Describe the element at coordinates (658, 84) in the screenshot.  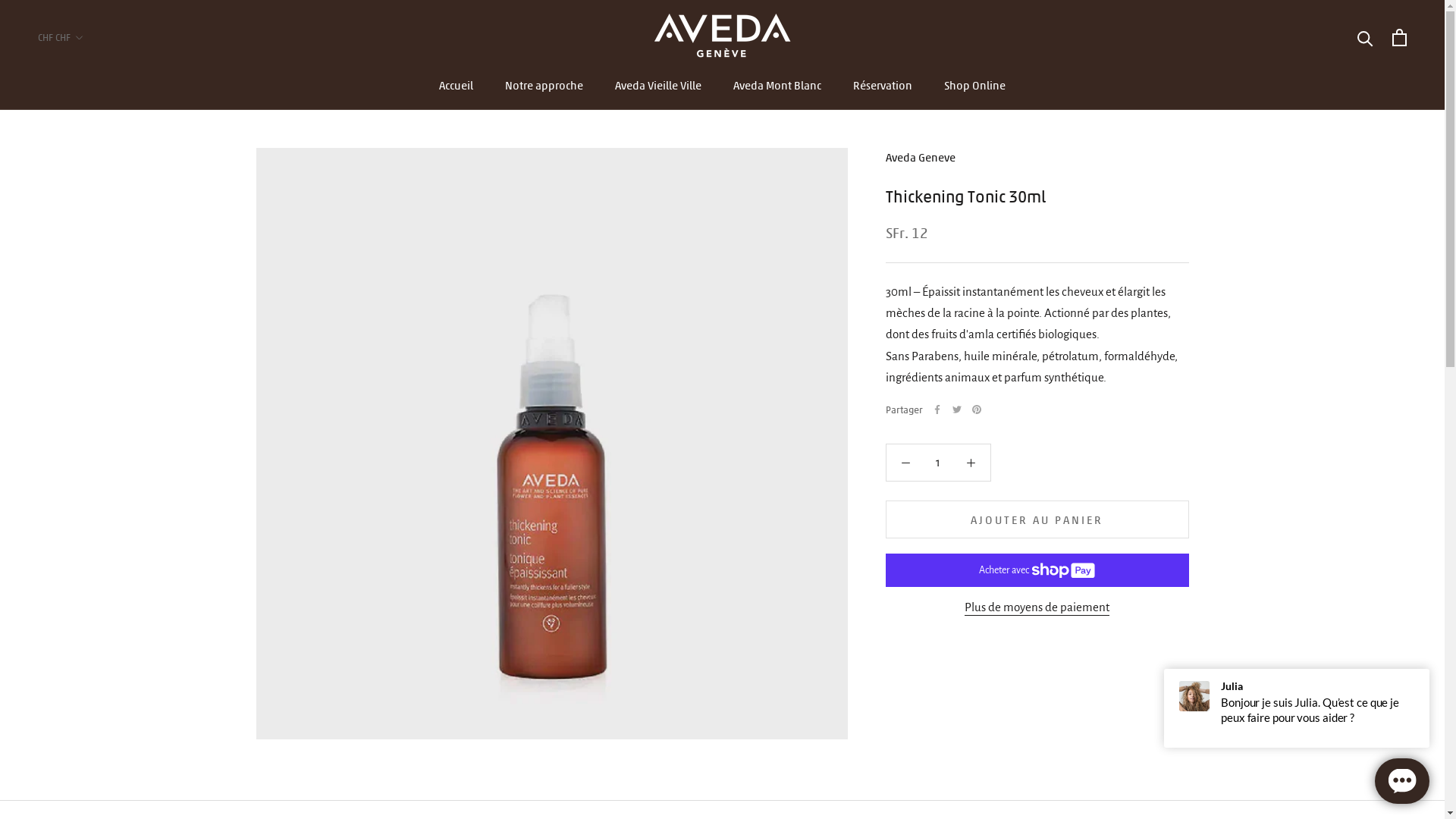
I see `'Aveda Vieille Ville` at that location.